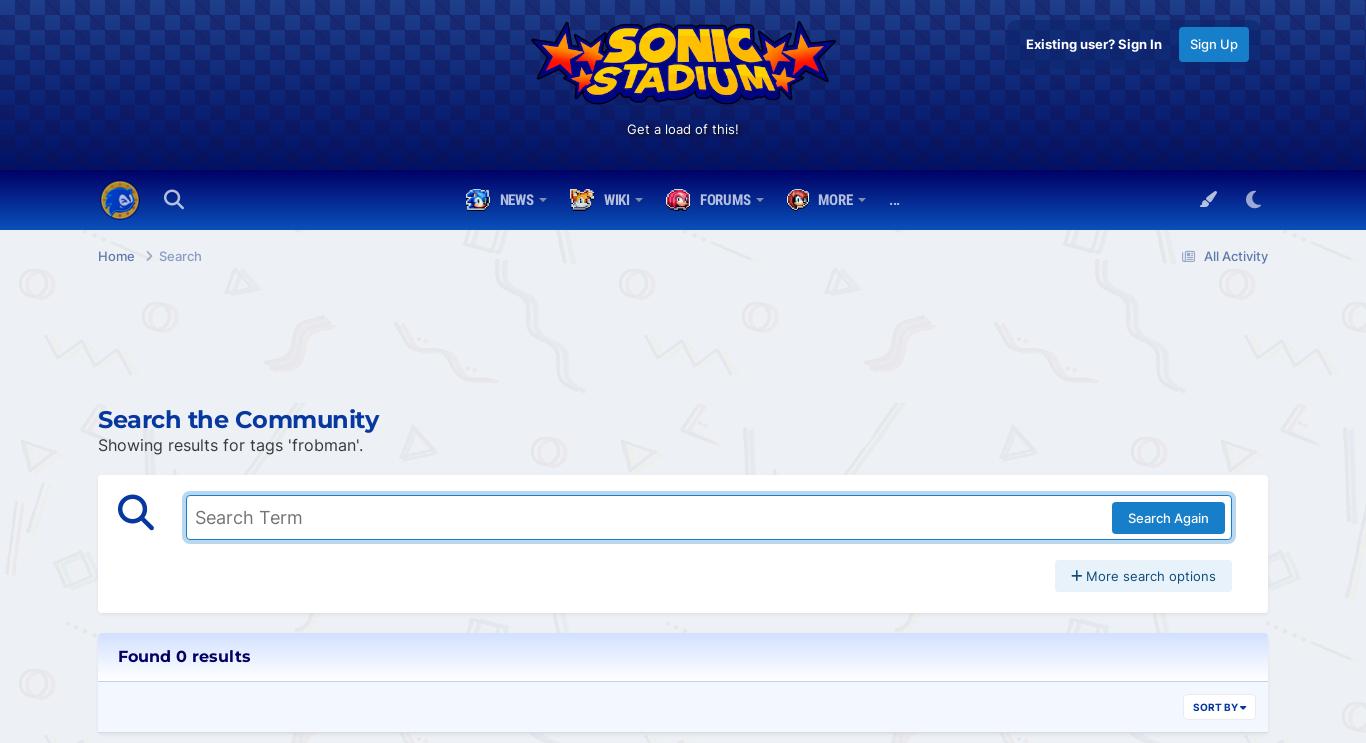 This screenshot has width=1366, height=743. What do you see at coordinates (893, 200) in the screenshot?
I see `'...'` at bounding box center [893, 200].